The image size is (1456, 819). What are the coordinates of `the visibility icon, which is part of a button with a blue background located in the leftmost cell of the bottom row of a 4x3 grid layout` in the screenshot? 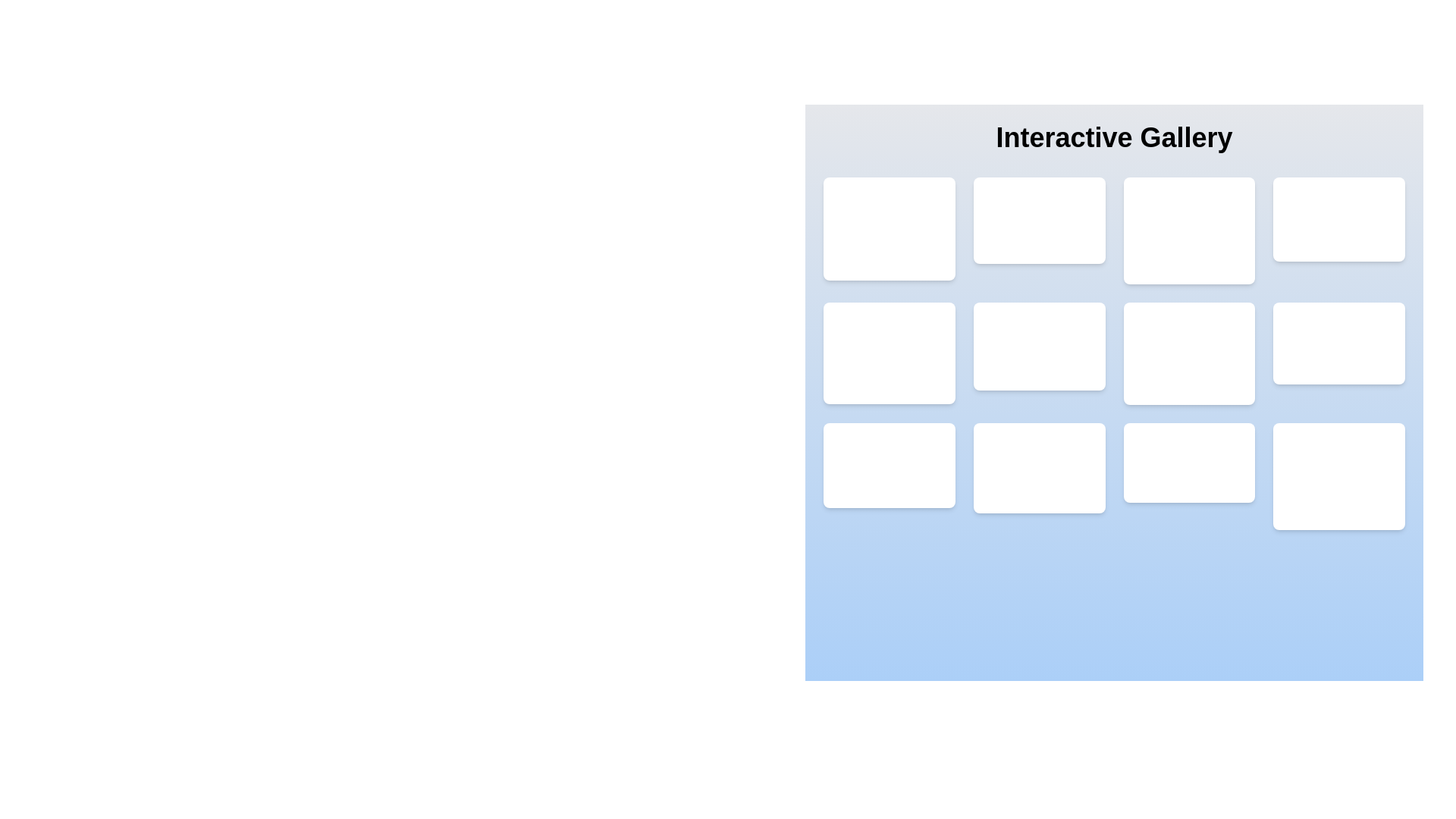 It's located at (871, 500).